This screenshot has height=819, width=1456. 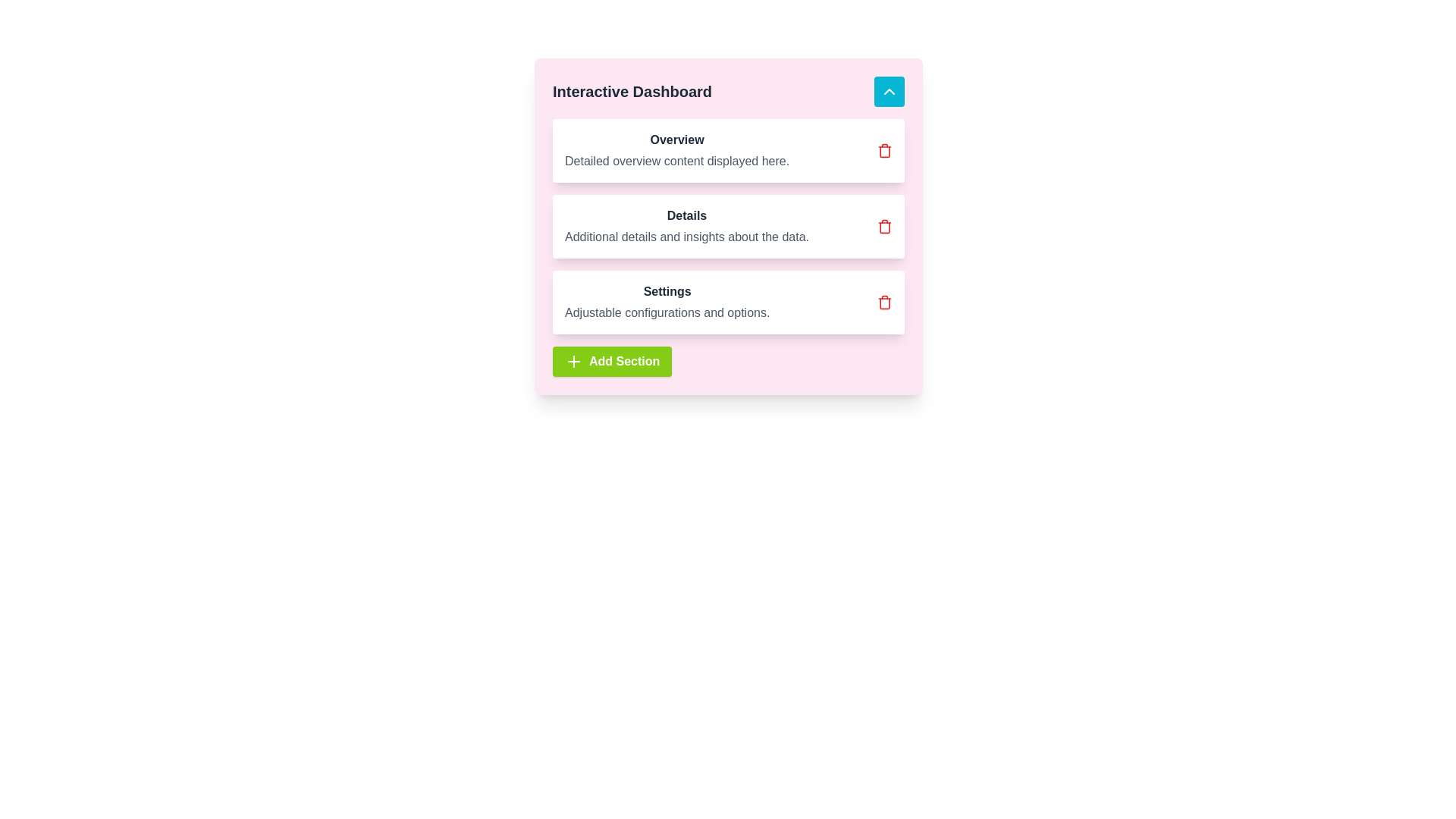 I want to click on the 'Details' text label, which is styled in bold and displayed in dark gray on a white background, located within the 'Interactive Dashboard' section, so click(x=686, y=216).